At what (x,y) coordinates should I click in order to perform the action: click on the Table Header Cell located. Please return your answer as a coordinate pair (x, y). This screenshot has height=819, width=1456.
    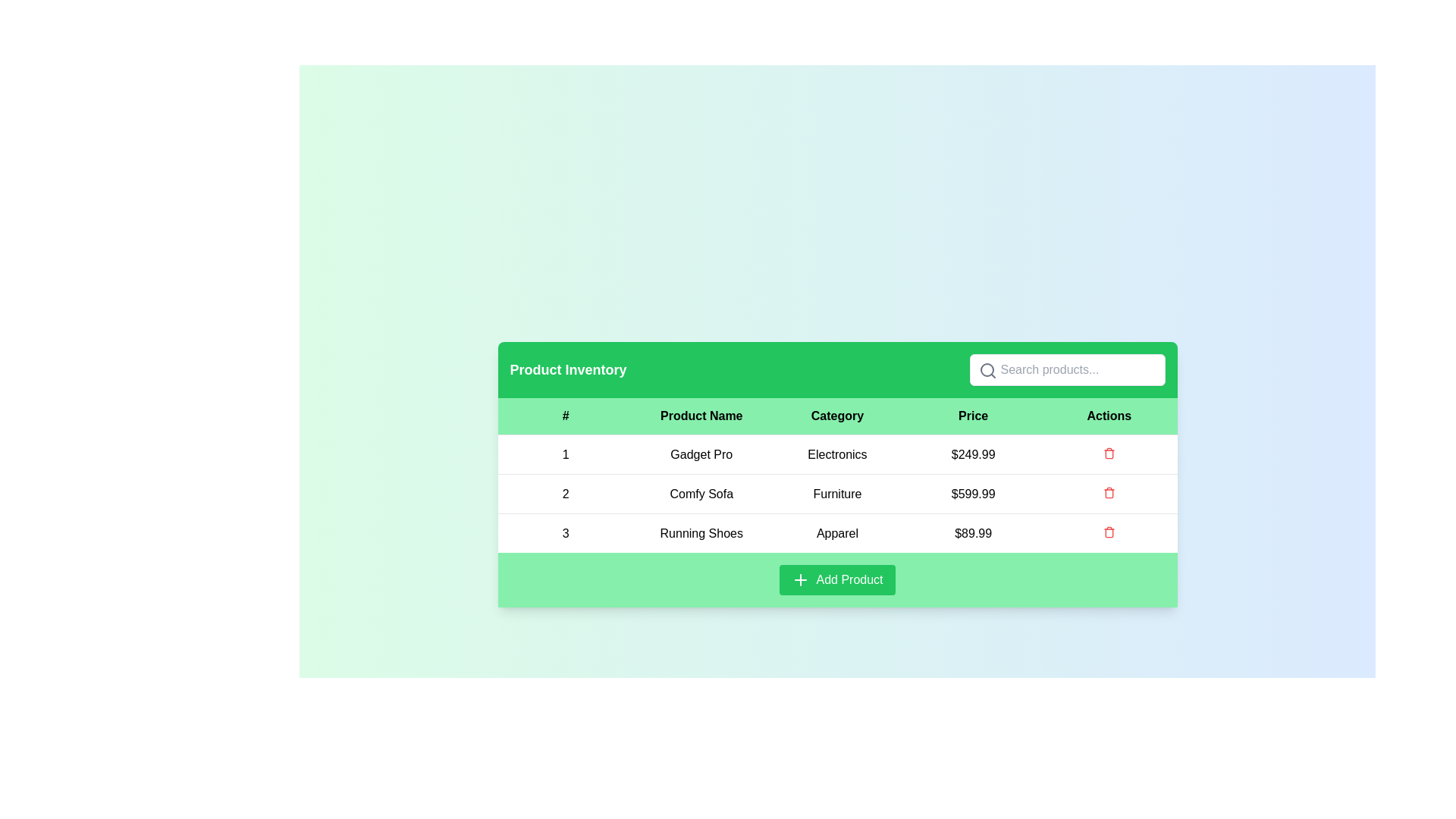
    Looking at the image, I should click on (1109, 416).